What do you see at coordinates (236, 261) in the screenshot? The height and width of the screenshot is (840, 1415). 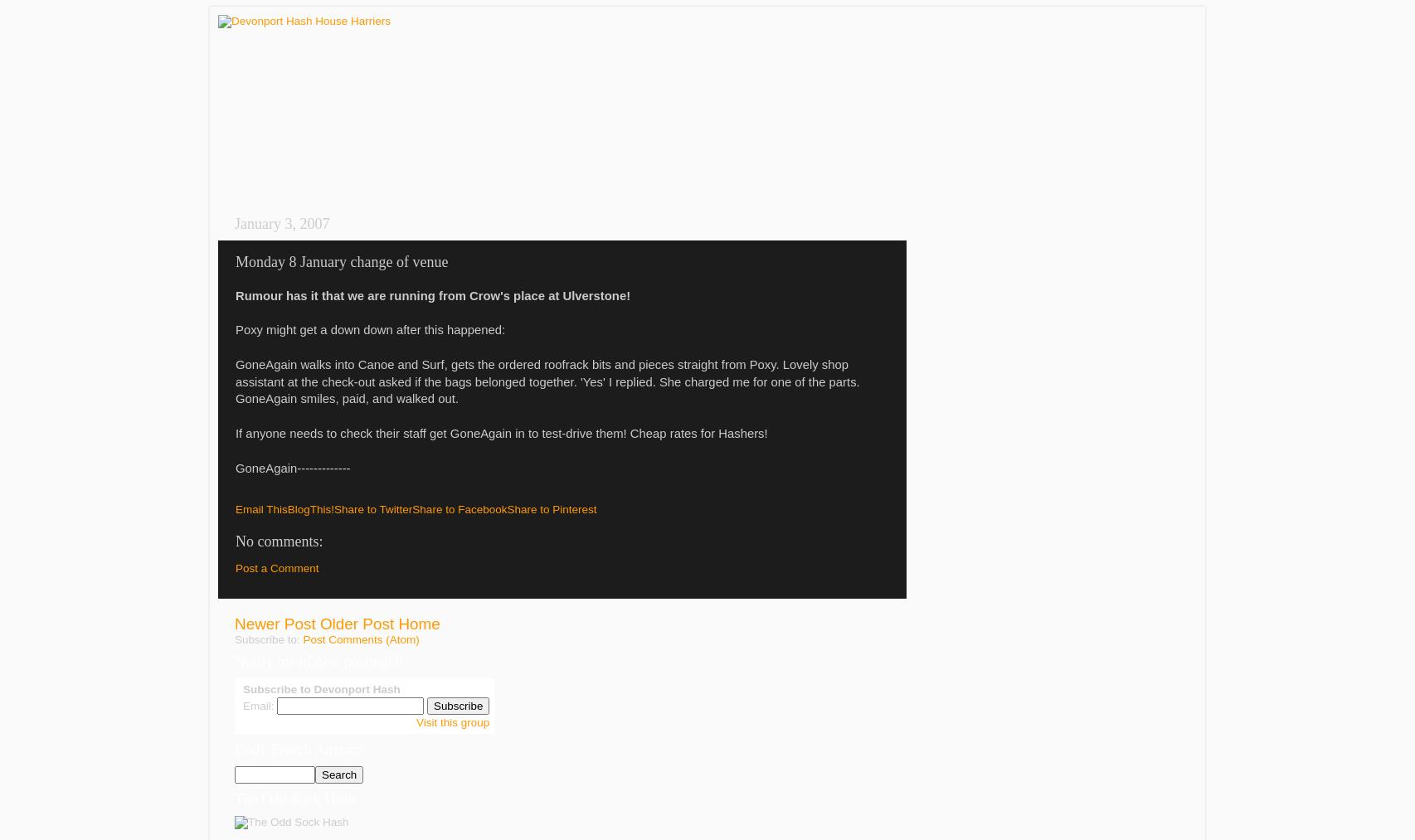 I see `'Monday 8 January change of venue'` at bounding box center [236, 261].